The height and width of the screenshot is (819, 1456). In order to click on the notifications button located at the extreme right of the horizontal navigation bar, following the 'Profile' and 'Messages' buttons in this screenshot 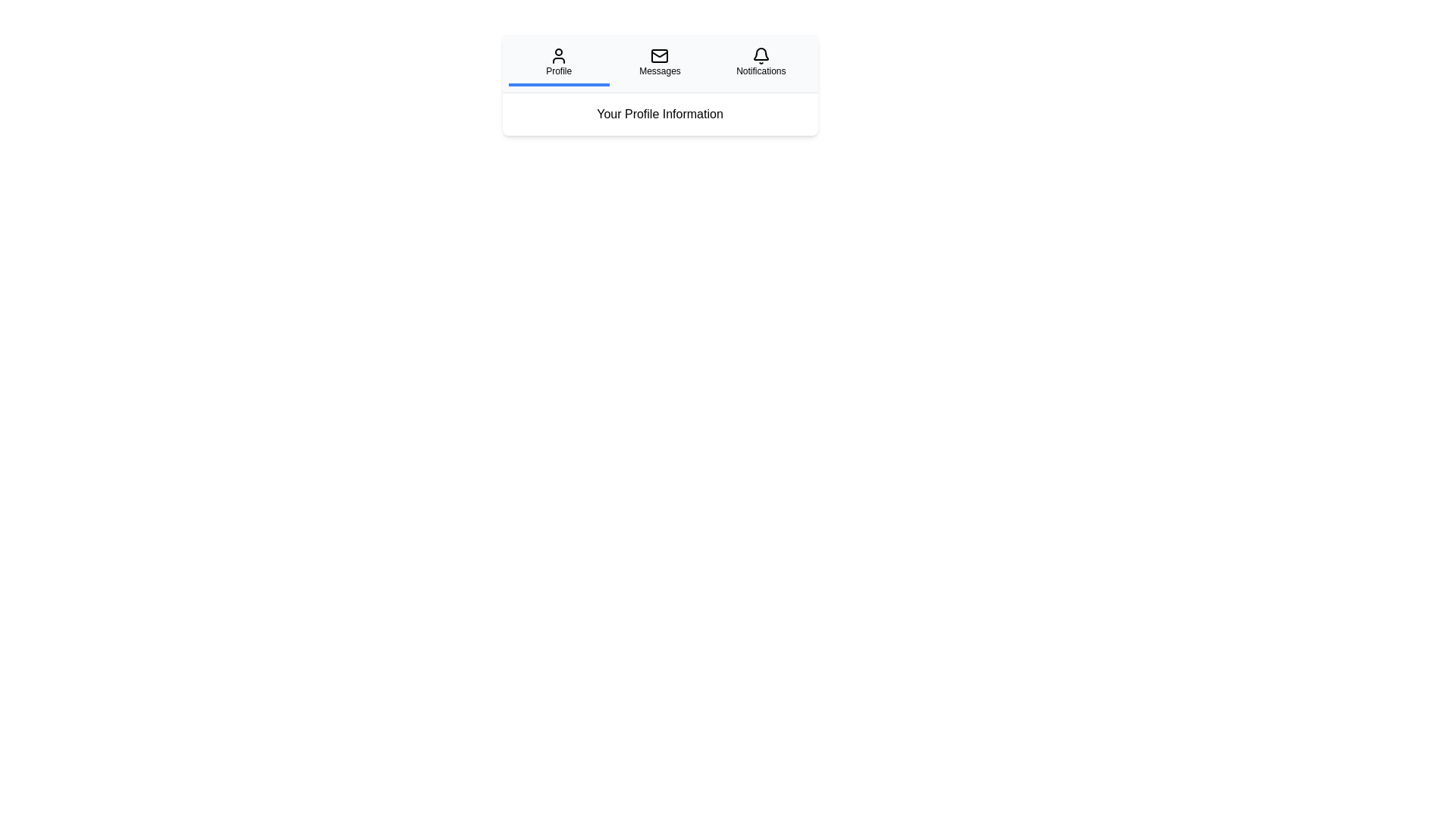, I will do `click(761, 63)`.